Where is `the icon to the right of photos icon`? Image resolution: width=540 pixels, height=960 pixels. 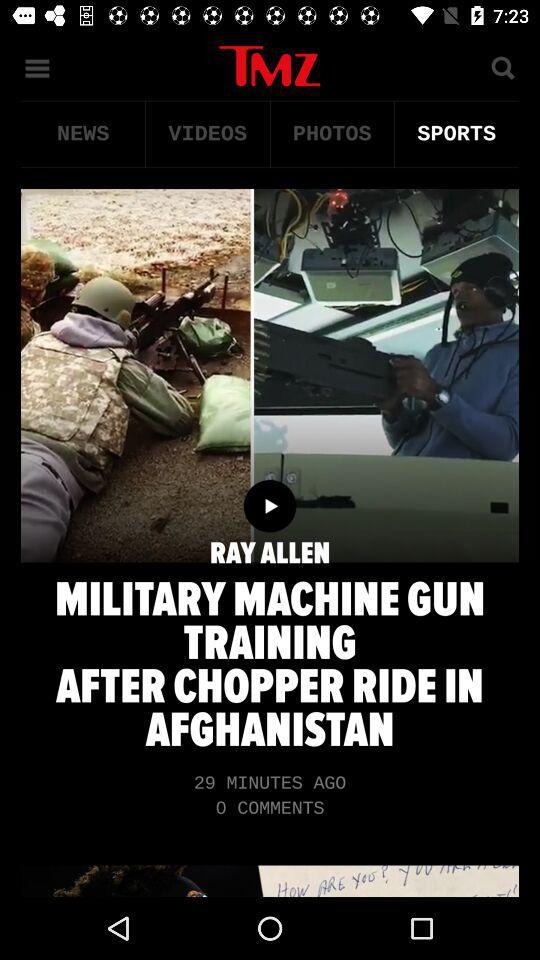 the icon to the right of photos icon is located at coordinates (456, 133).